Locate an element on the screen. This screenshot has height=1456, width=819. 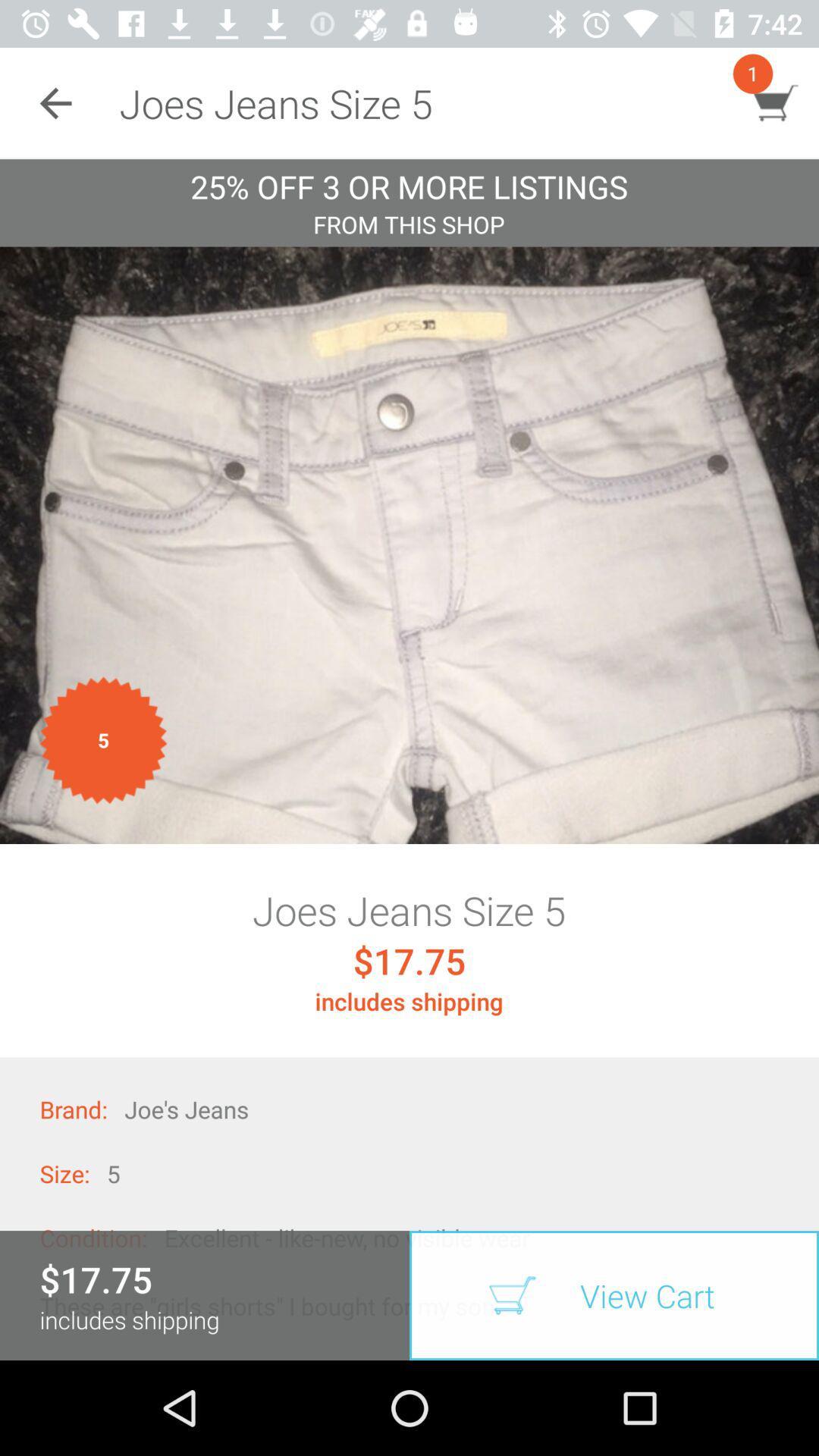
subject image is located at coordinates (409, 545).